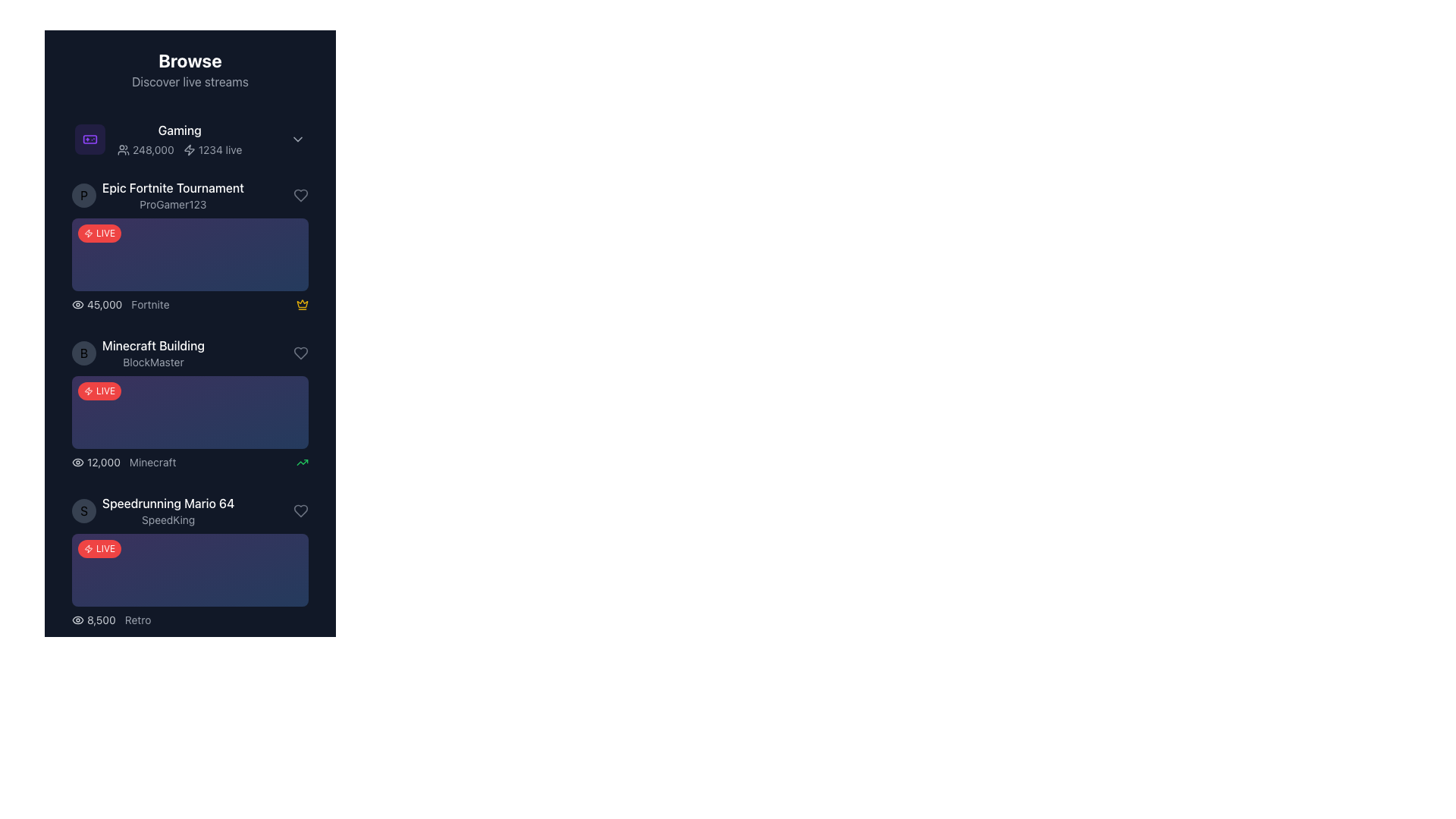 The height and width of the screenshot is (819, 1456). Describe the element at coordinates (298, 140) in the screenshot. I see `the downward chevron icon located on the right-hand side of the 'Gaming' section` at that location.